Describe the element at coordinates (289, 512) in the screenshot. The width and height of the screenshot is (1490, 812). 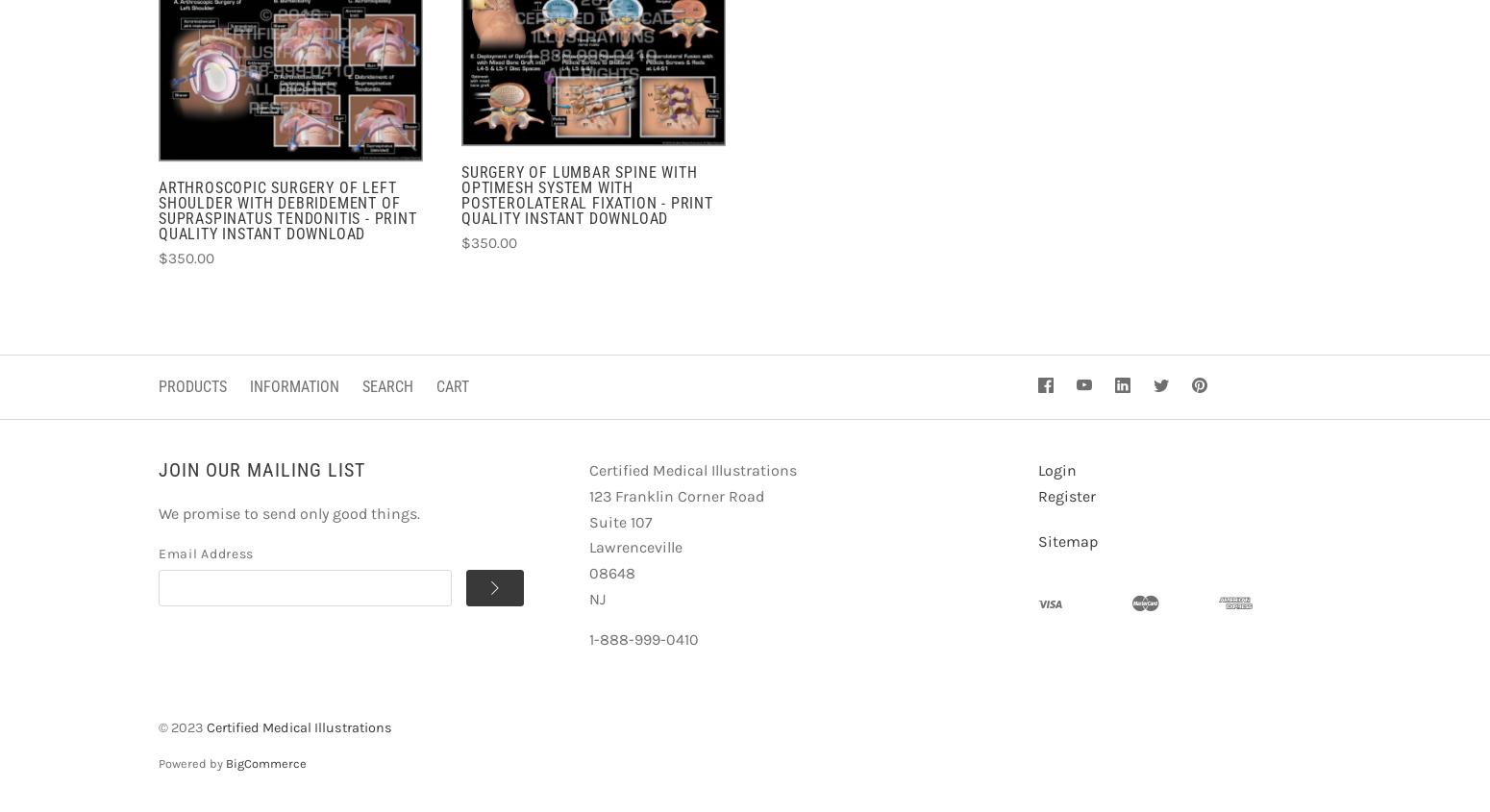
I see `'We promise to send only good things.'` at that location.